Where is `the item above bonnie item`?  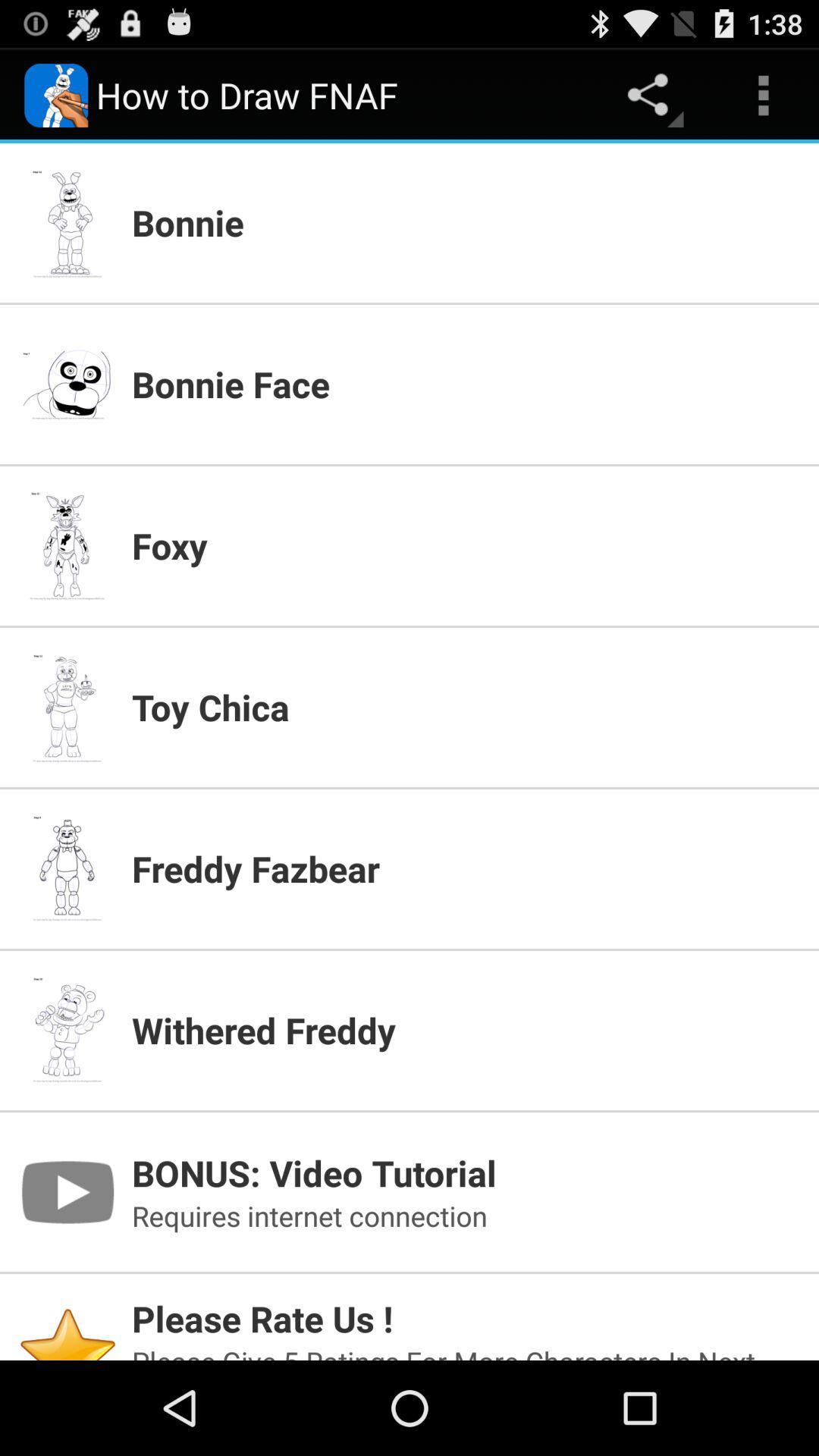 the item above bonnie item is located at coordinates (763, 94).